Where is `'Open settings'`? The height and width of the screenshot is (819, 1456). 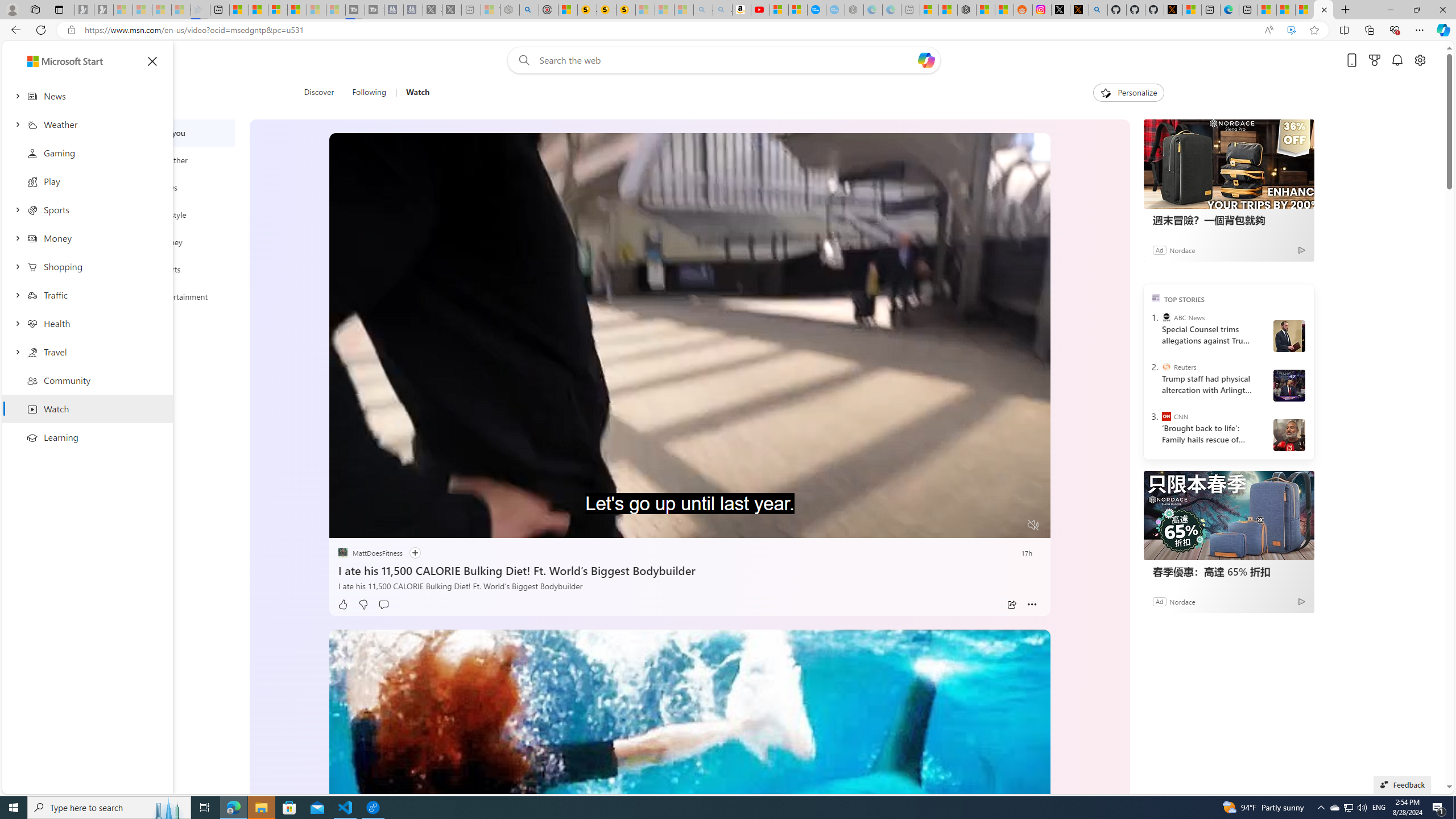
'Open settings' is located at coordinates (1420, 60).